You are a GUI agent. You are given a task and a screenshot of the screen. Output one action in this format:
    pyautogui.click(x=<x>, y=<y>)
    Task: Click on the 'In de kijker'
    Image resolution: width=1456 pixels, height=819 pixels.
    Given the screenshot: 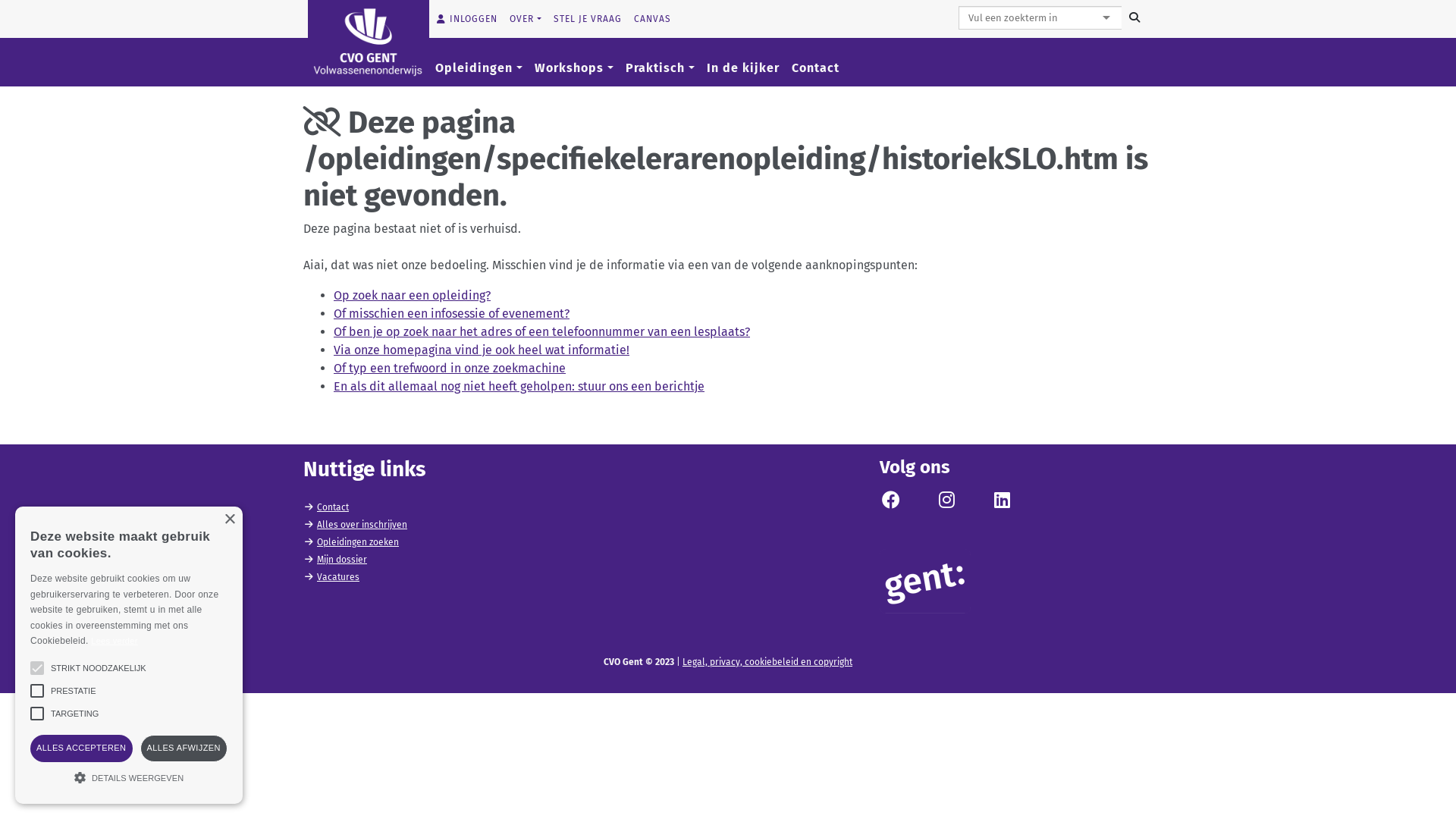 What is the action you would take?
    pyautogui.click(x=742, y=67)
    